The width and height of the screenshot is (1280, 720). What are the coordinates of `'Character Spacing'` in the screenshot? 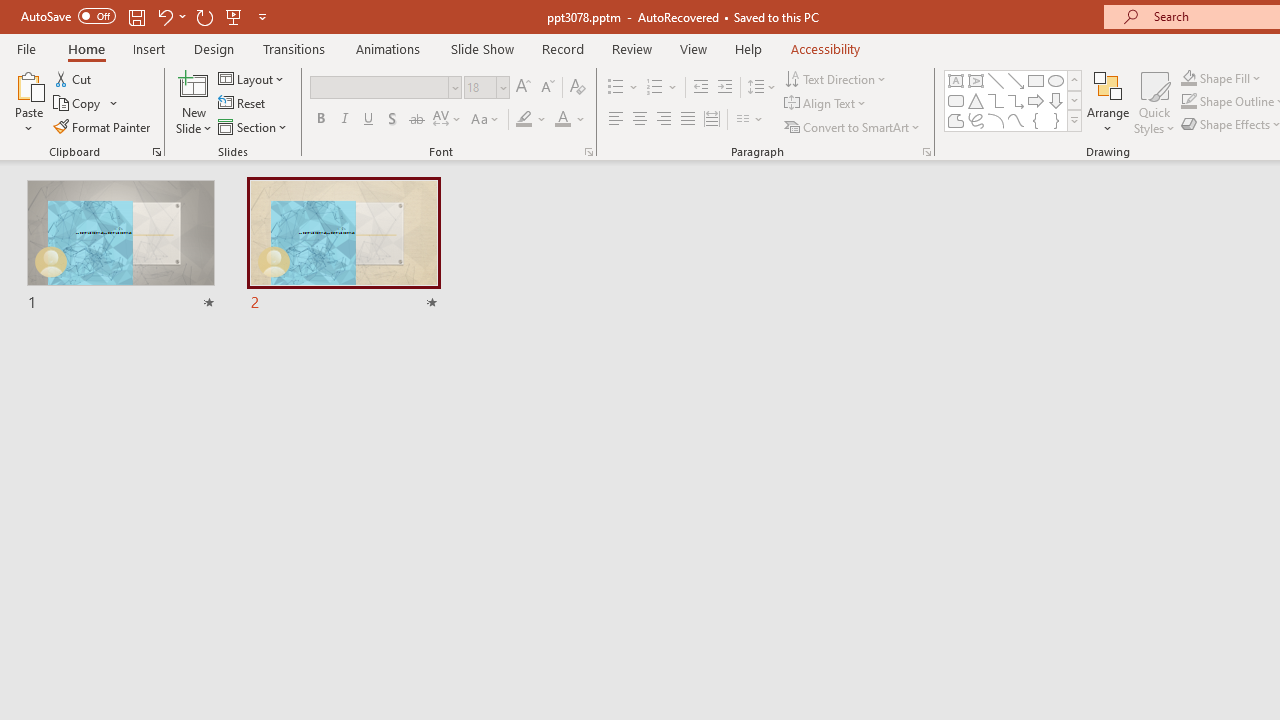 It's located at (447, 119).